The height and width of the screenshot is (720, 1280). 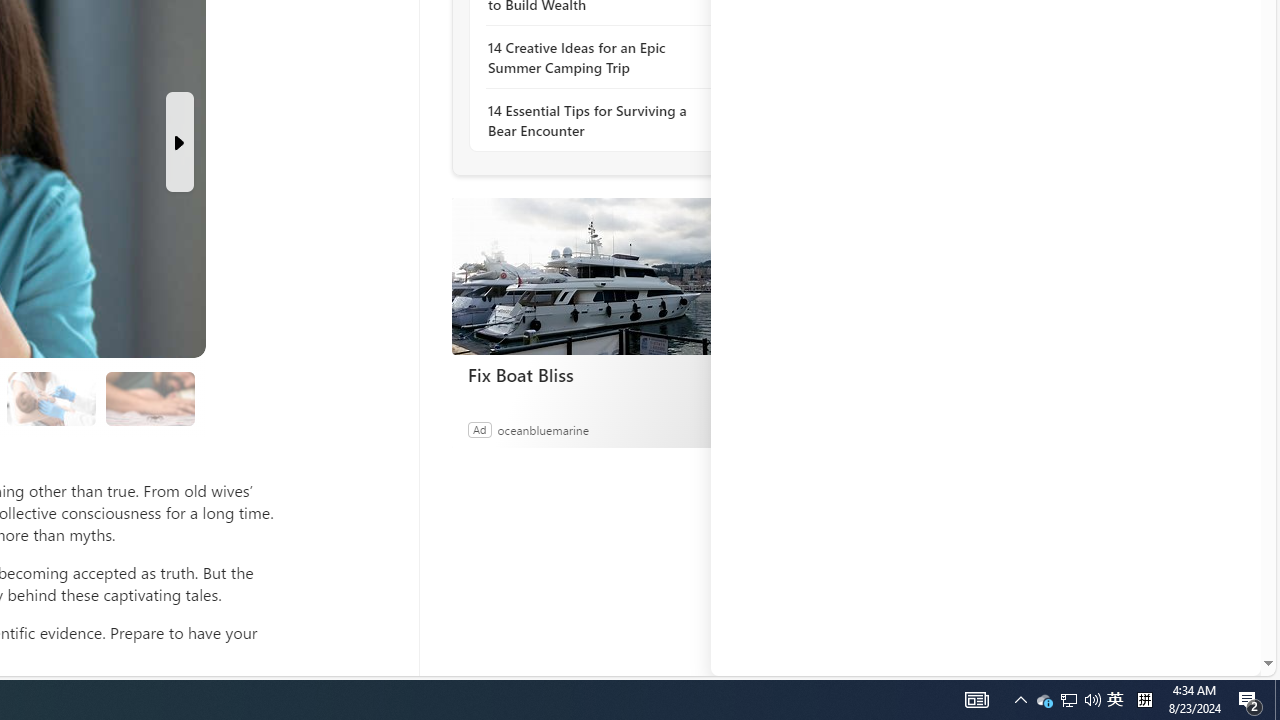 What do you see at coordinates (51, 399) in the screenshot?
I see `'5. Childhood Was High-Risk'` at bounding box center [51, 399].